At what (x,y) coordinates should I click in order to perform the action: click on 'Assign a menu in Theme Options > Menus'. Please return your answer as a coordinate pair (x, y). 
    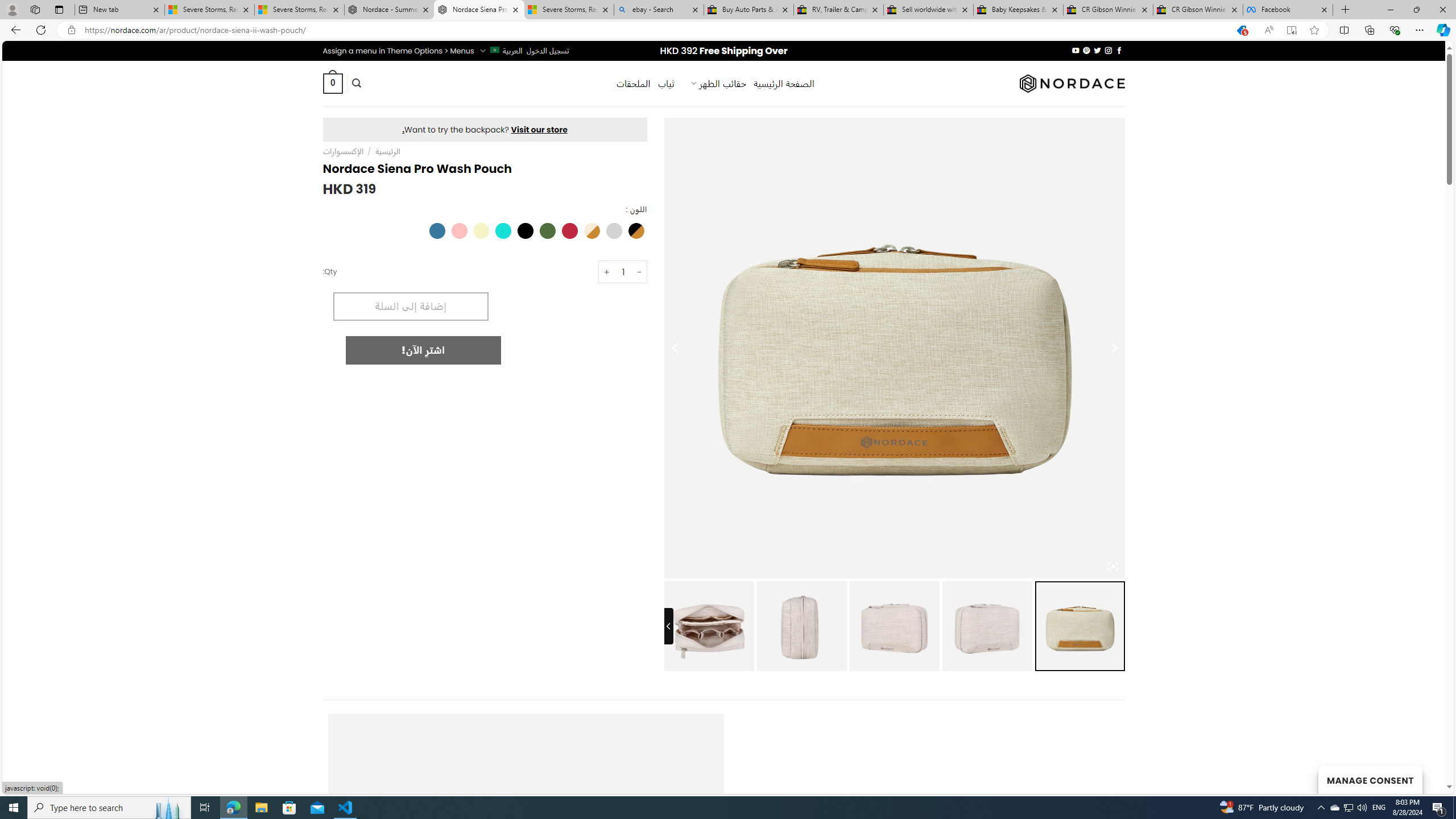
    Looking at the image, I should click on (398, 51).